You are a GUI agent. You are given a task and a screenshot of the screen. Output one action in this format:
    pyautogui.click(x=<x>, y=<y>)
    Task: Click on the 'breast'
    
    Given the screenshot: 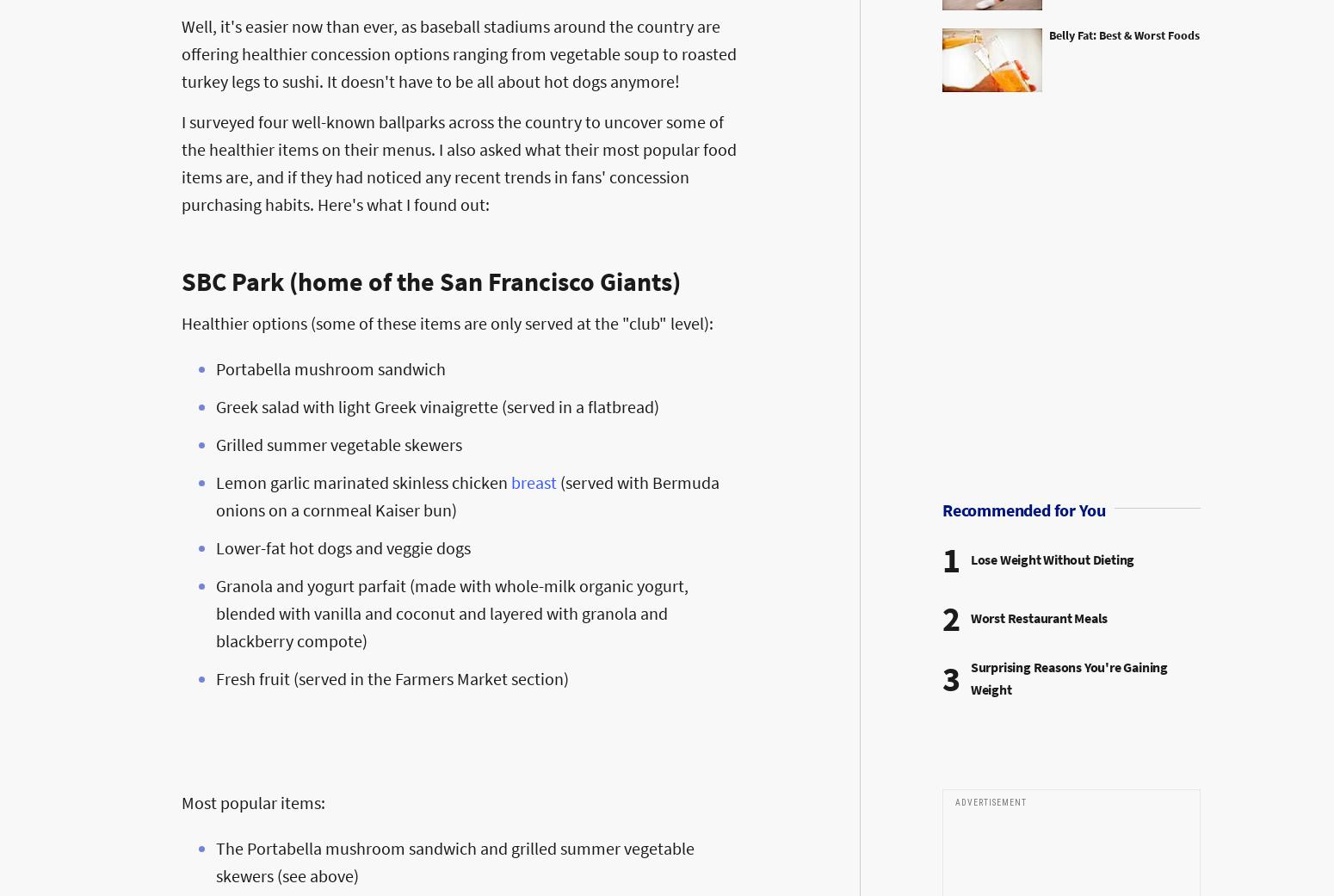 What is the action you would take?
    pyautogui.click(x=510, y=481)
    